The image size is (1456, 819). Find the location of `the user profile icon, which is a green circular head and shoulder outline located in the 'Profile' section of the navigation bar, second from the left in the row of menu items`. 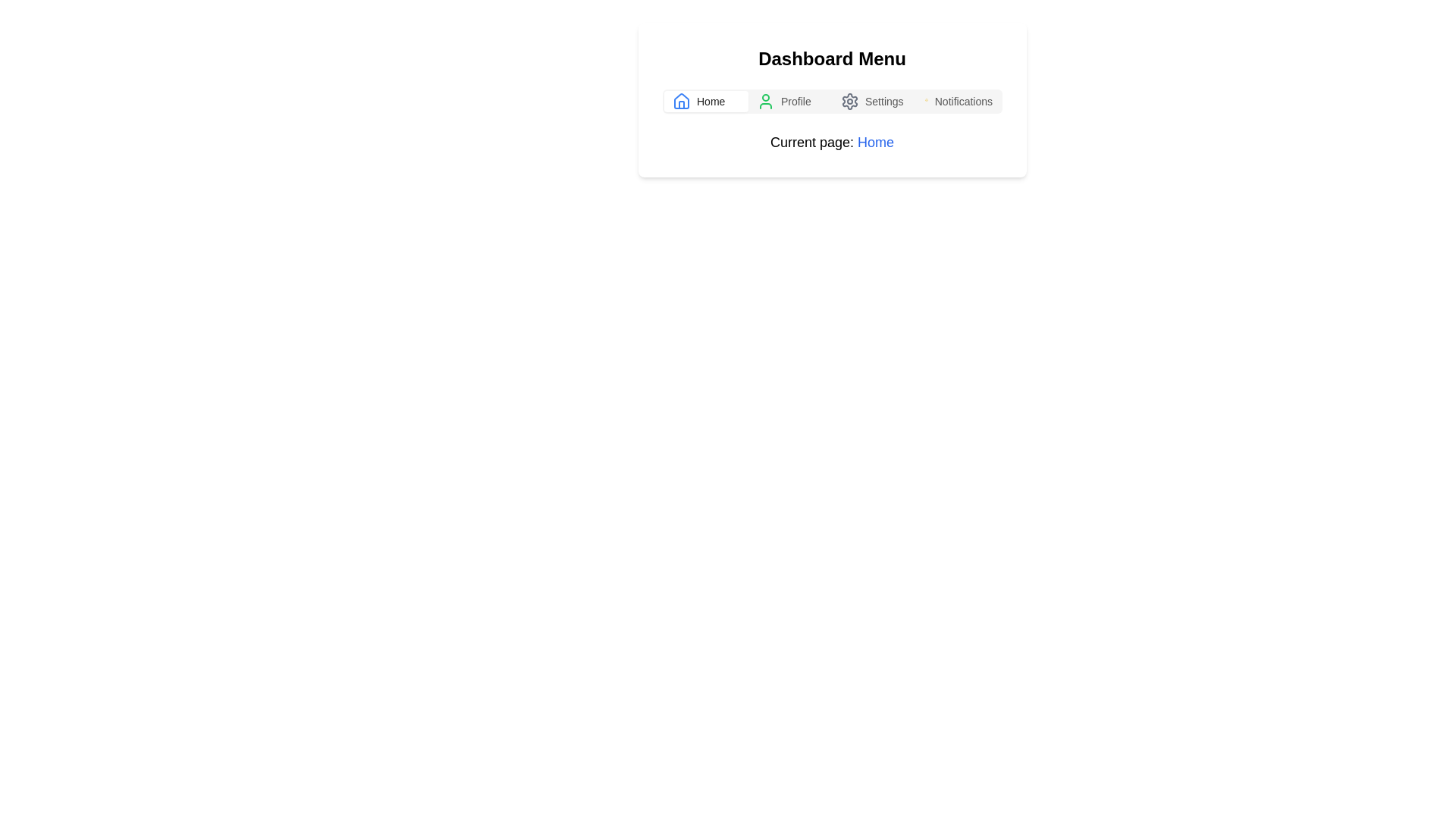

the user profile icon, which is a green circular head and shoulder outline located in the 'Profile' section of the navigation bar, second from the left in the row of menu items is located at coordinates (765, 102).